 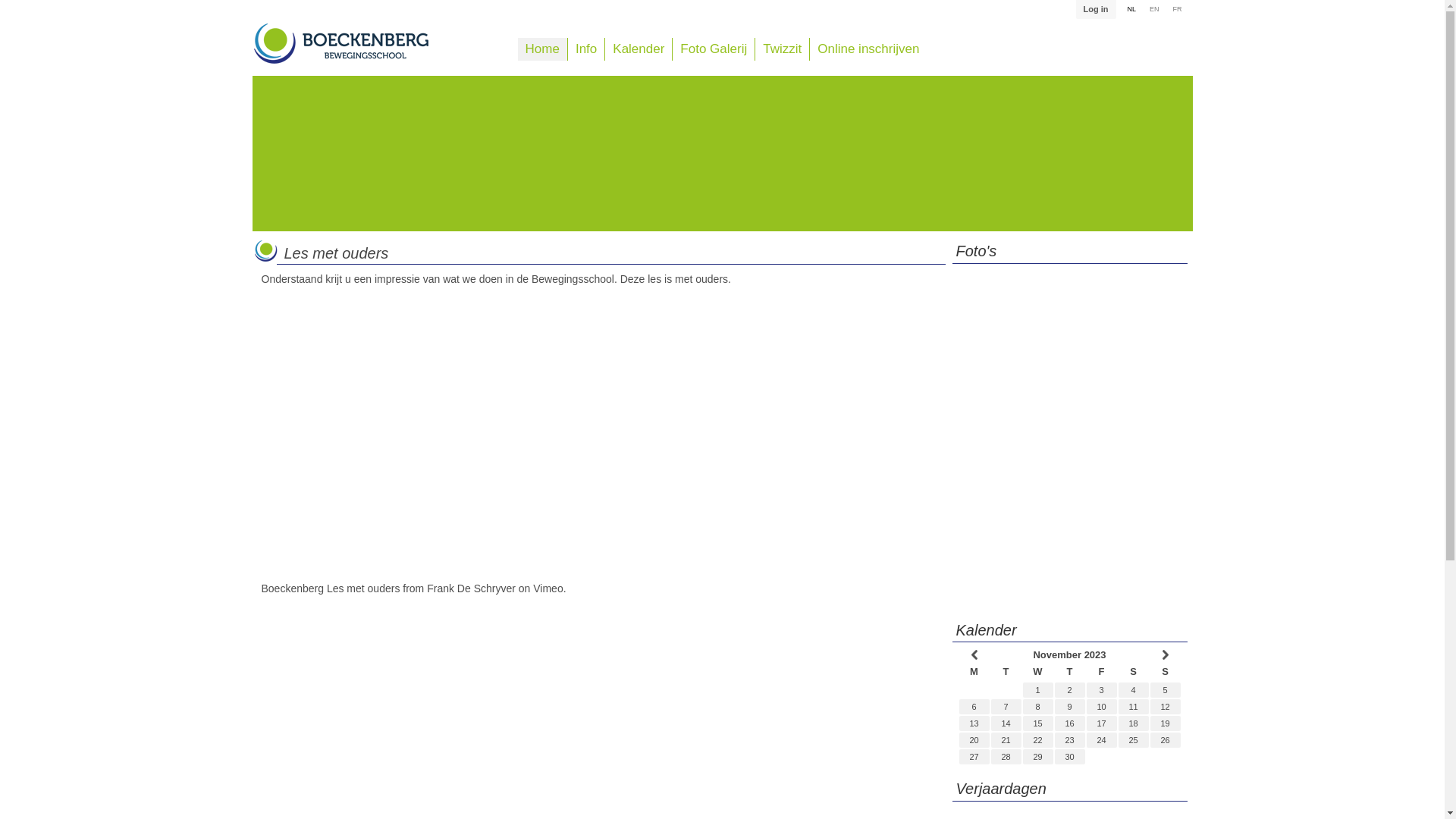 What do you see at coordinates (782, 49) in the screenshot?
I see `'Twizzit'` at bounding box center [782, 49].